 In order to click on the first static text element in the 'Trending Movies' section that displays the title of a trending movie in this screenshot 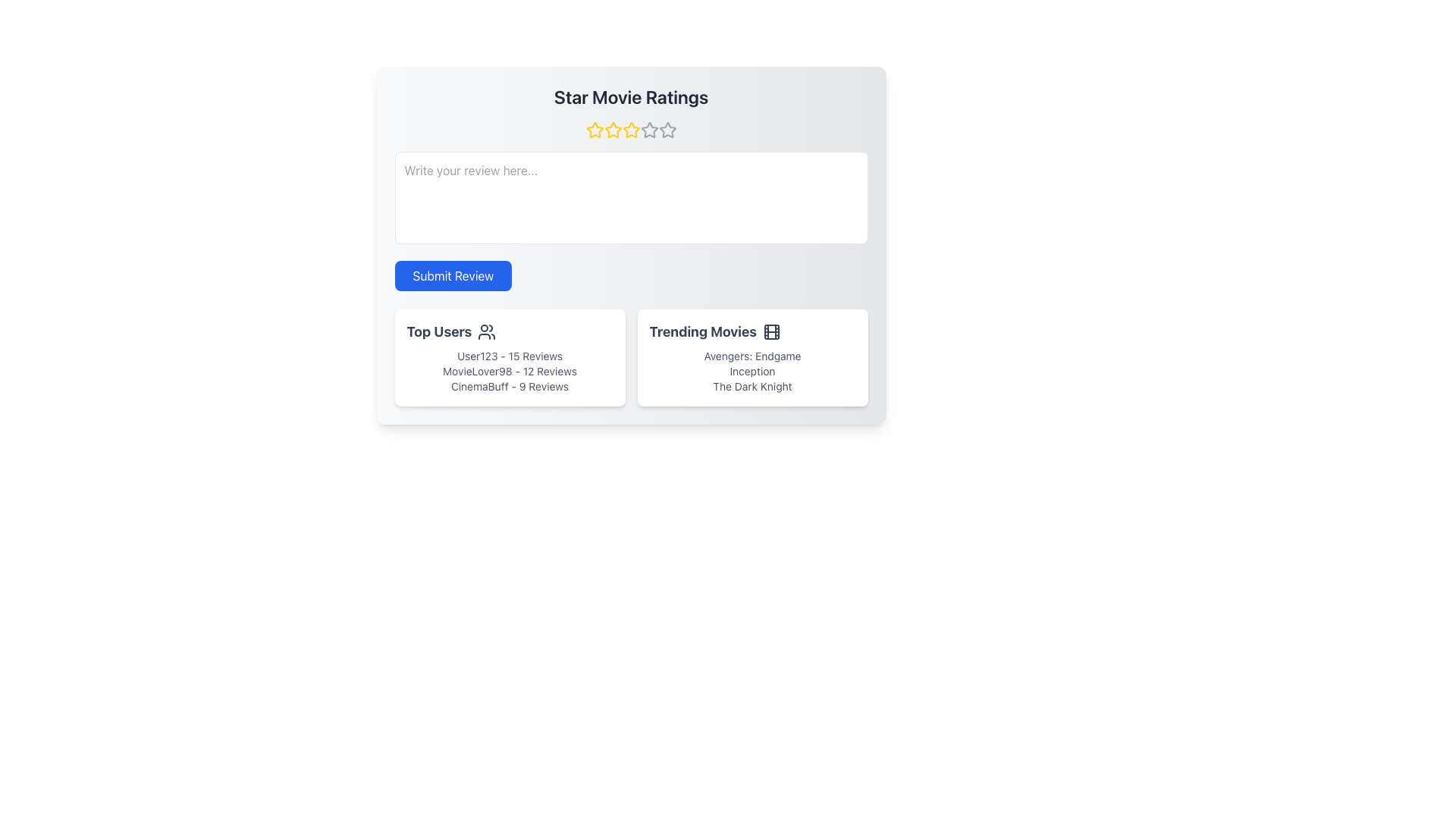, I will do `click(752, 356)`.